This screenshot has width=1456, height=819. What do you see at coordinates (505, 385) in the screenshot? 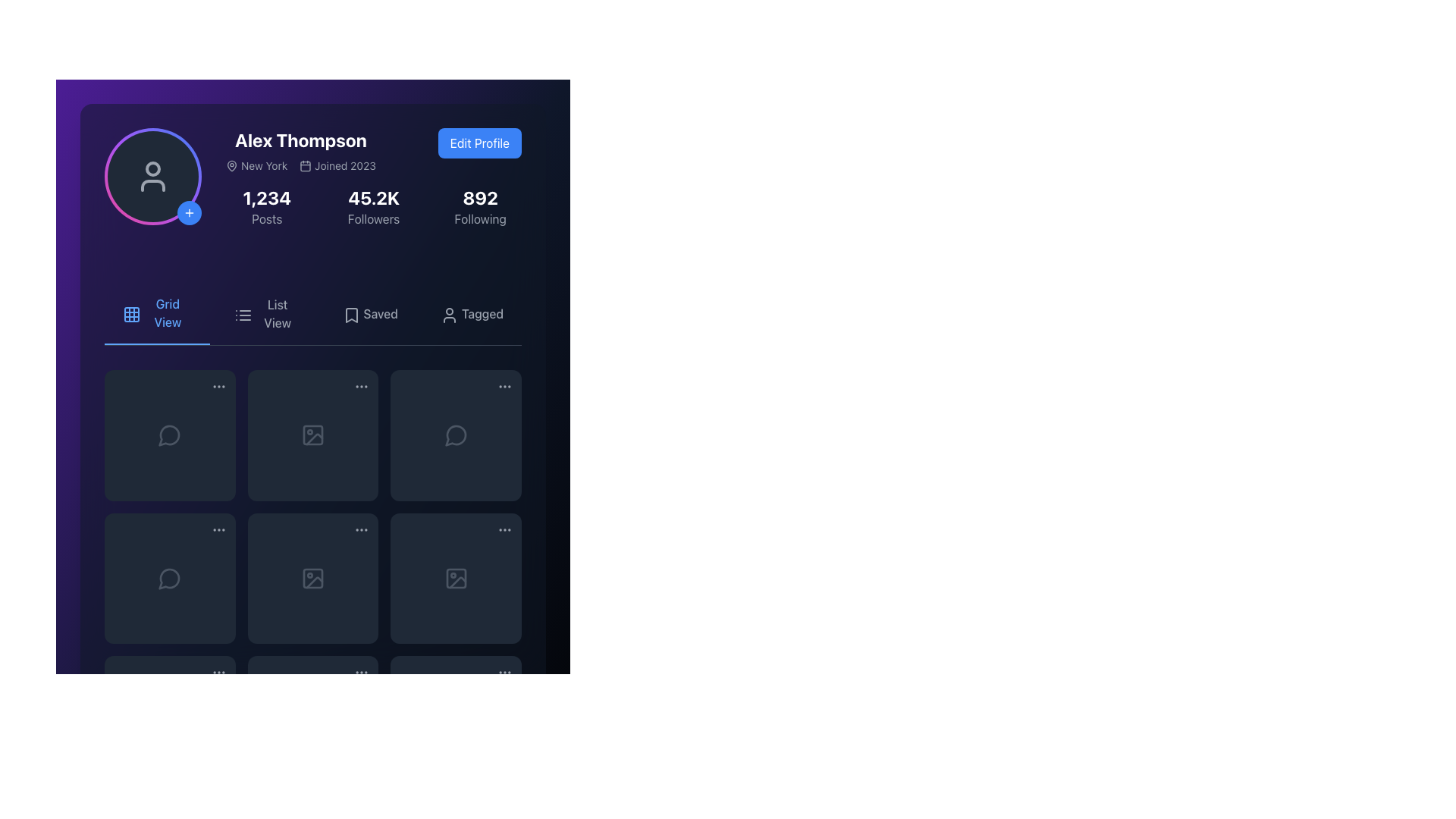
I see `the Ellipsis menu icon located in the top-right corner of the rightmost card in the first row of the grid layout` at bounding box center [505, 385].